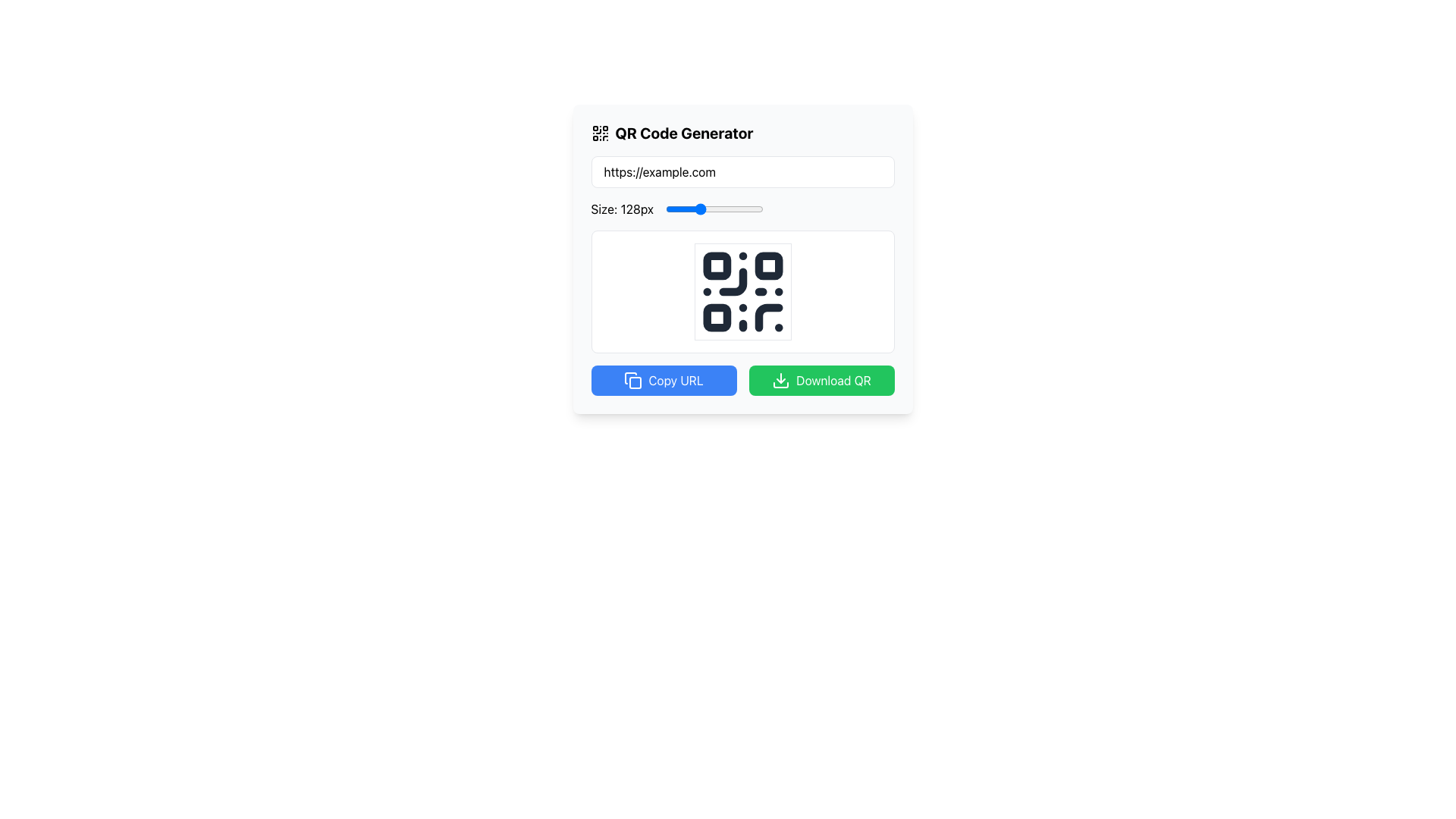 This screenshot has height=819, width=1456. I want to click on the QR code size, so click(689, 209).